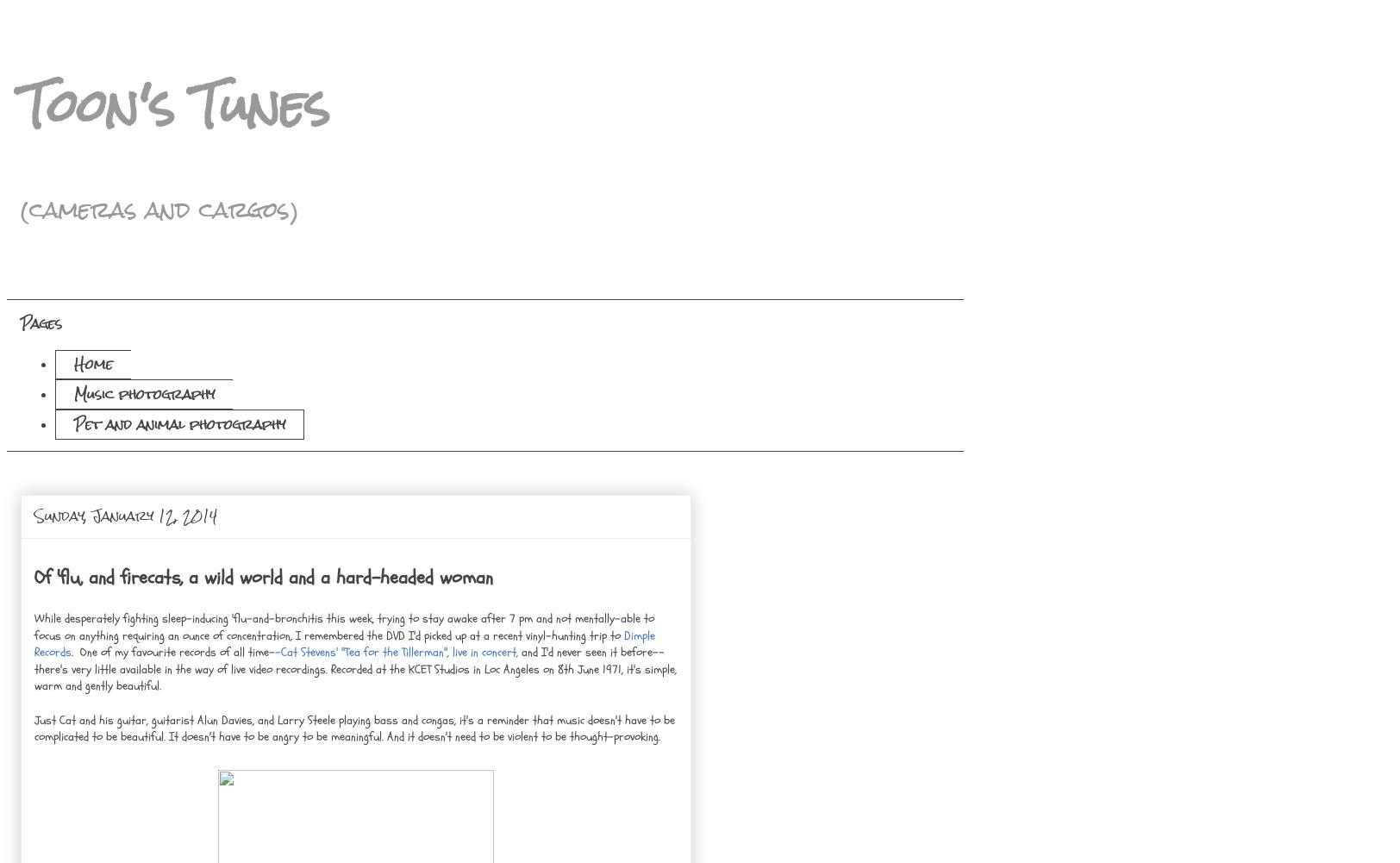  Describe the element at coordinates (125, 515) in the screenshot. I see `'Sunday, January 12, 2014'` at that location.